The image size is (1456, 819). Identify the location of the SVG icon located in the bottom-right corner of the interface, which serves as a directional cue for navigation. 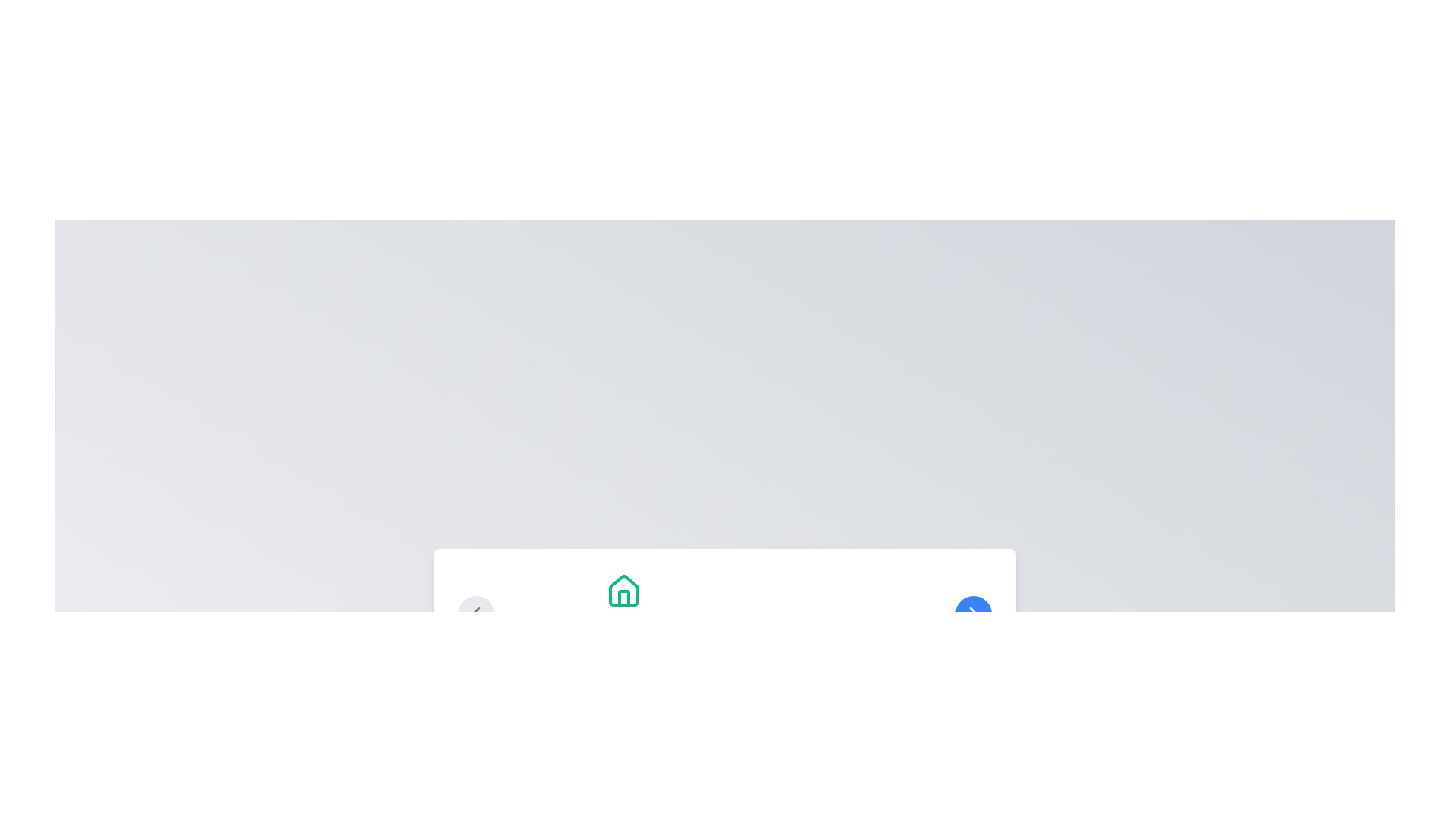
(973, 614).